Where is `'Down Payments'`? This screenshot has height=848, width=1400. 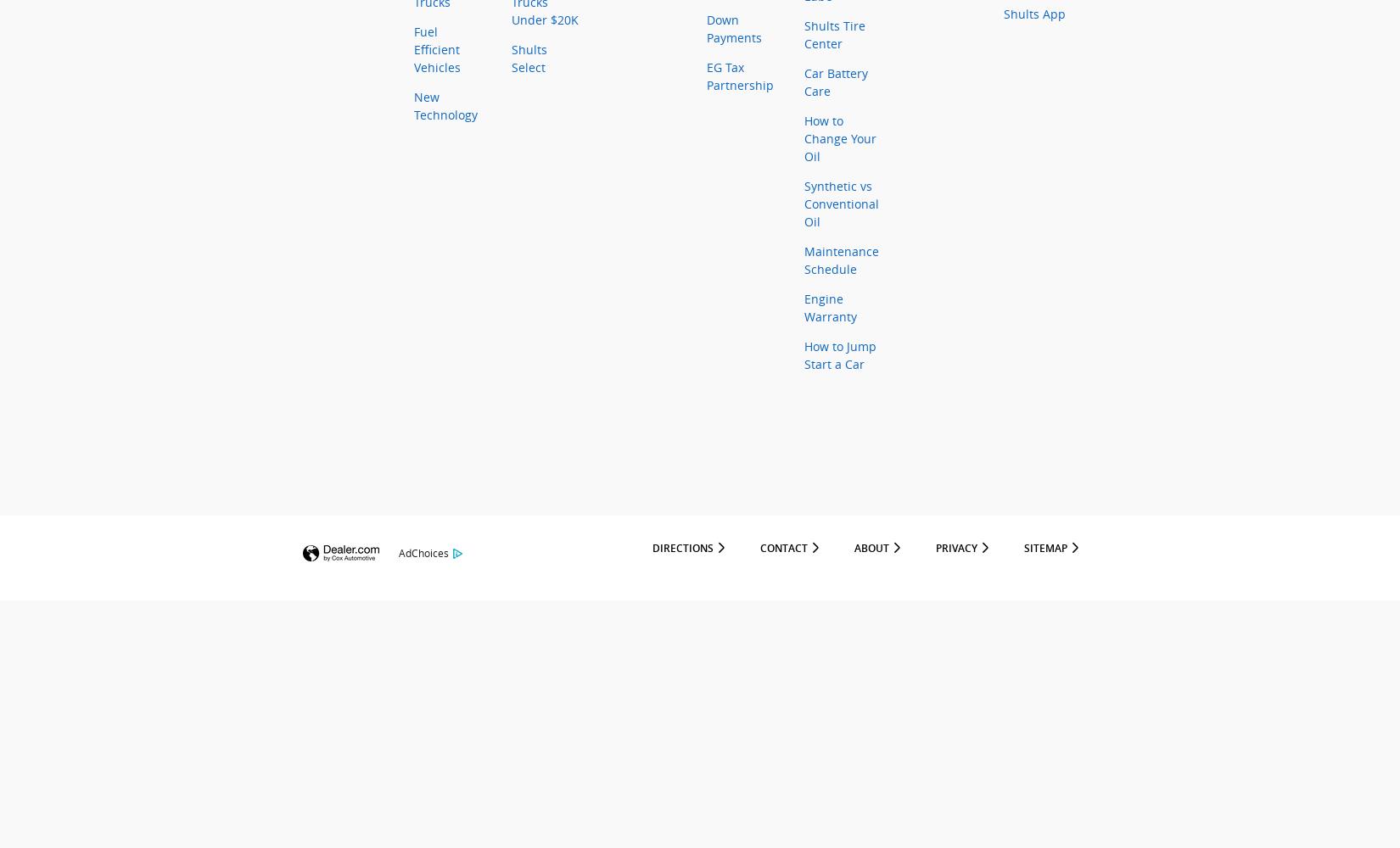 'Down Payments' is located at coordinates (734, 29).